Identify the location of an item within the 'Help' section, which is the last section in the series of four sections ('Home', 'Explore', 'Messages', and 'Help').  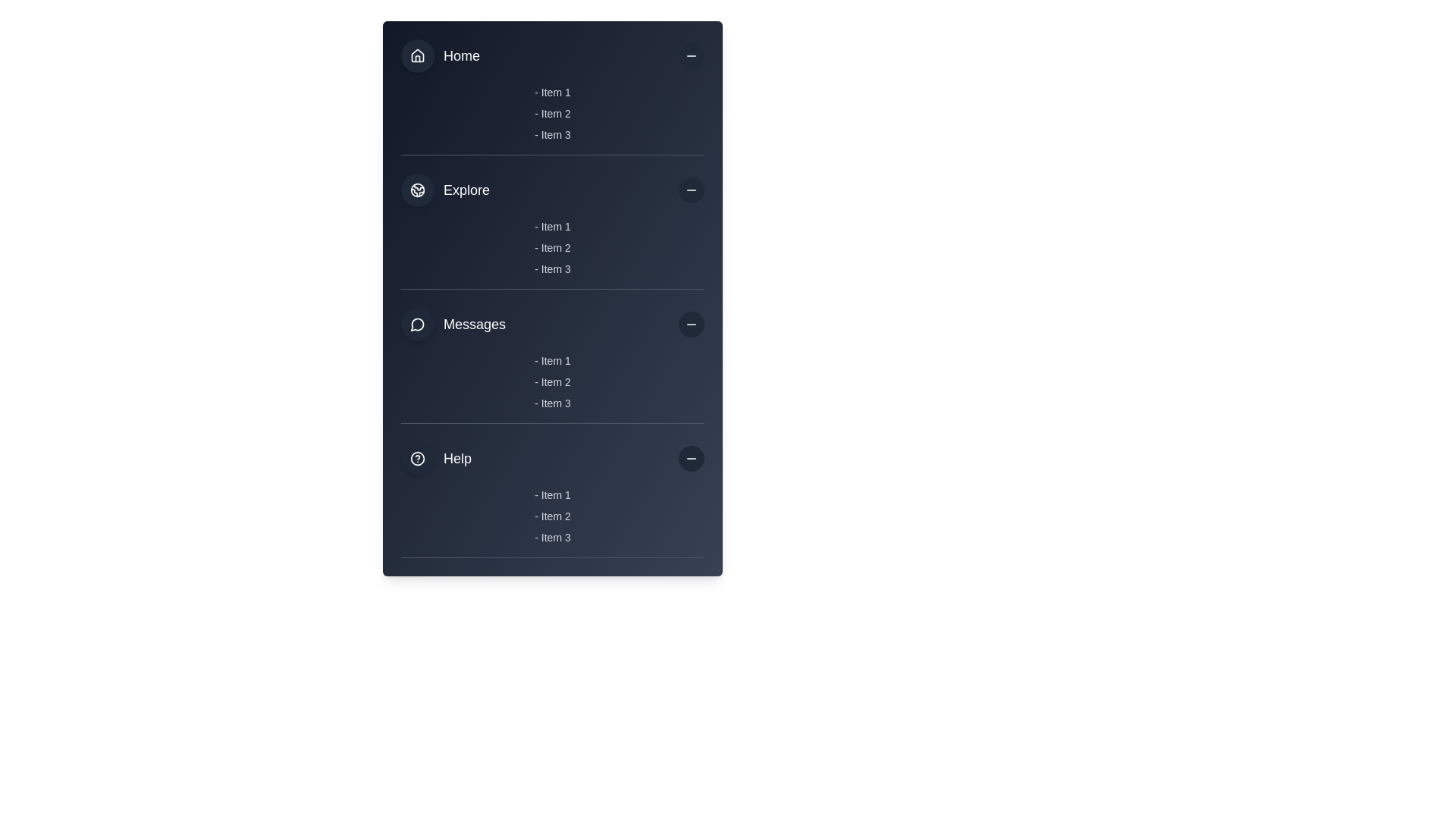
(552, 500).